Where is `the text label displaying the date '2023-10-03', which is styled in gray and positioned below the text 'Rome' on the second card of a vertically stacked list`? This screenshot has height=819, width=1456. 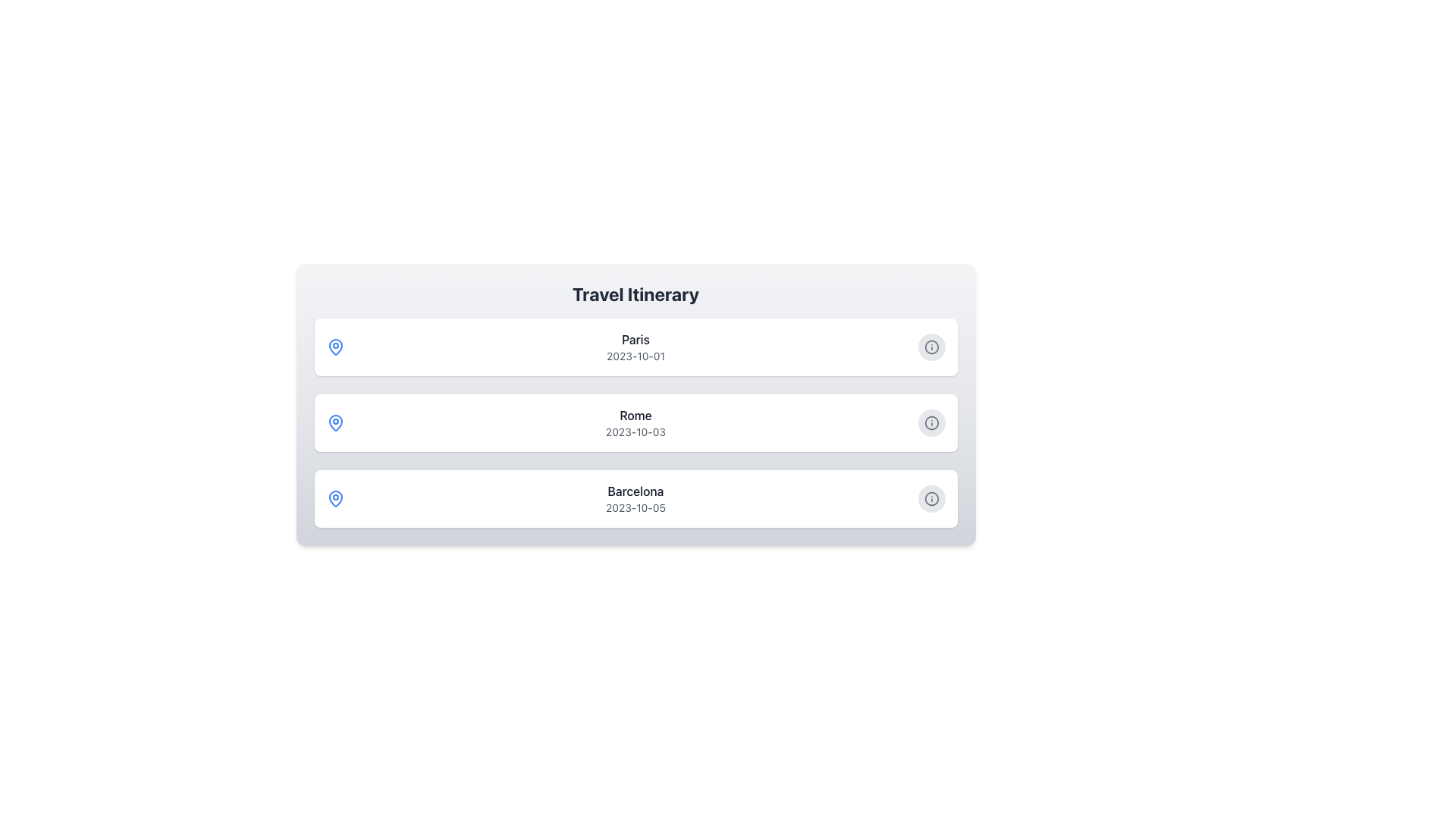 the text label displaying the date '2023-10-03', which is styled in gray and positioned below the text 'Rome' on the second card of a vertically stacked list is located at coordinates (635, 432).